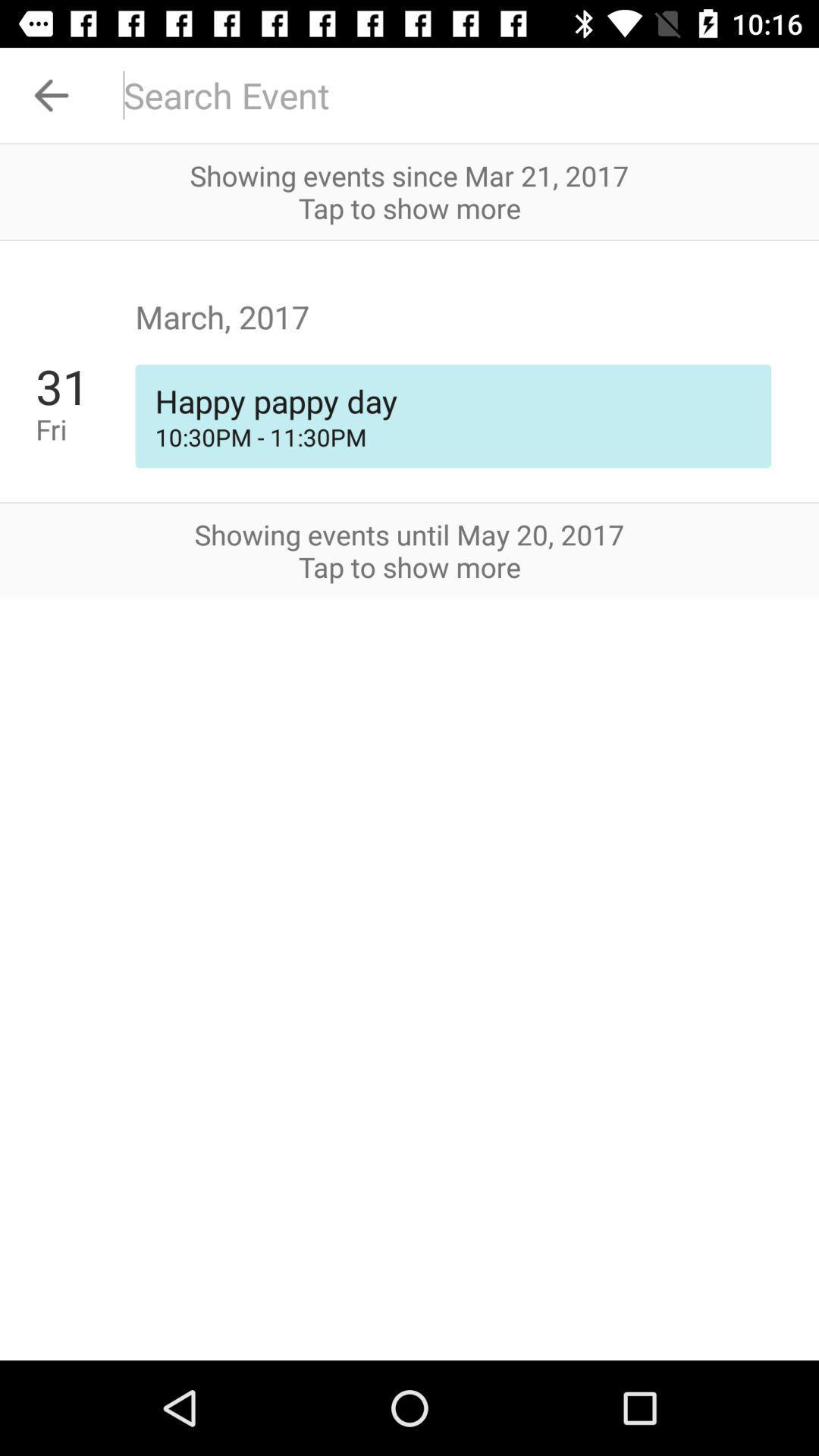 Image resolution: width=819 pixels, height=1456 pixels. What do you see at coordinates (460, 94) in the screenshot?
I see `place cursor` at bounding box center [460, 94].